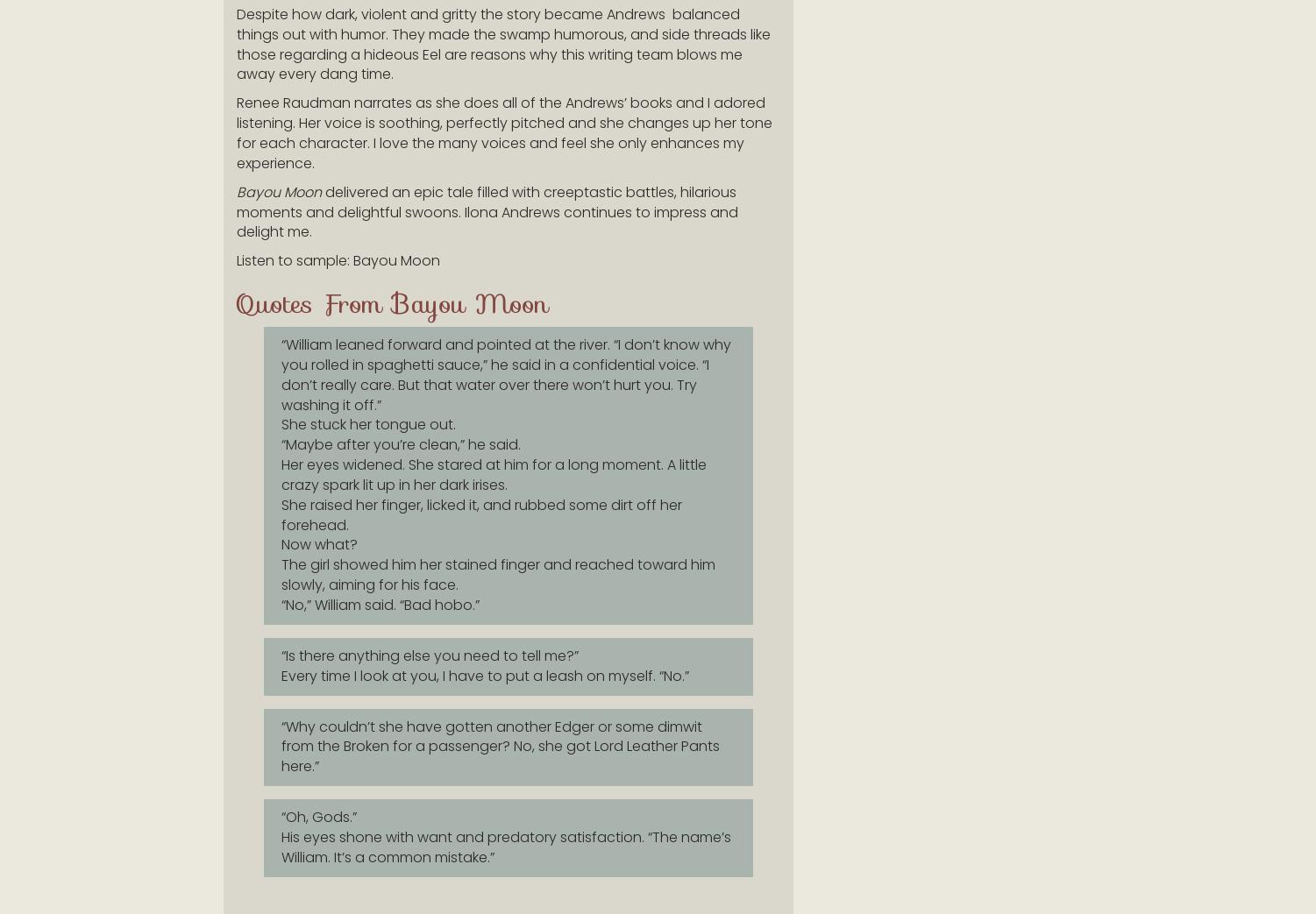 This screenshot has width=1316, height=914. I want to click on '“Oh, Gods.”', so click(317, 816).